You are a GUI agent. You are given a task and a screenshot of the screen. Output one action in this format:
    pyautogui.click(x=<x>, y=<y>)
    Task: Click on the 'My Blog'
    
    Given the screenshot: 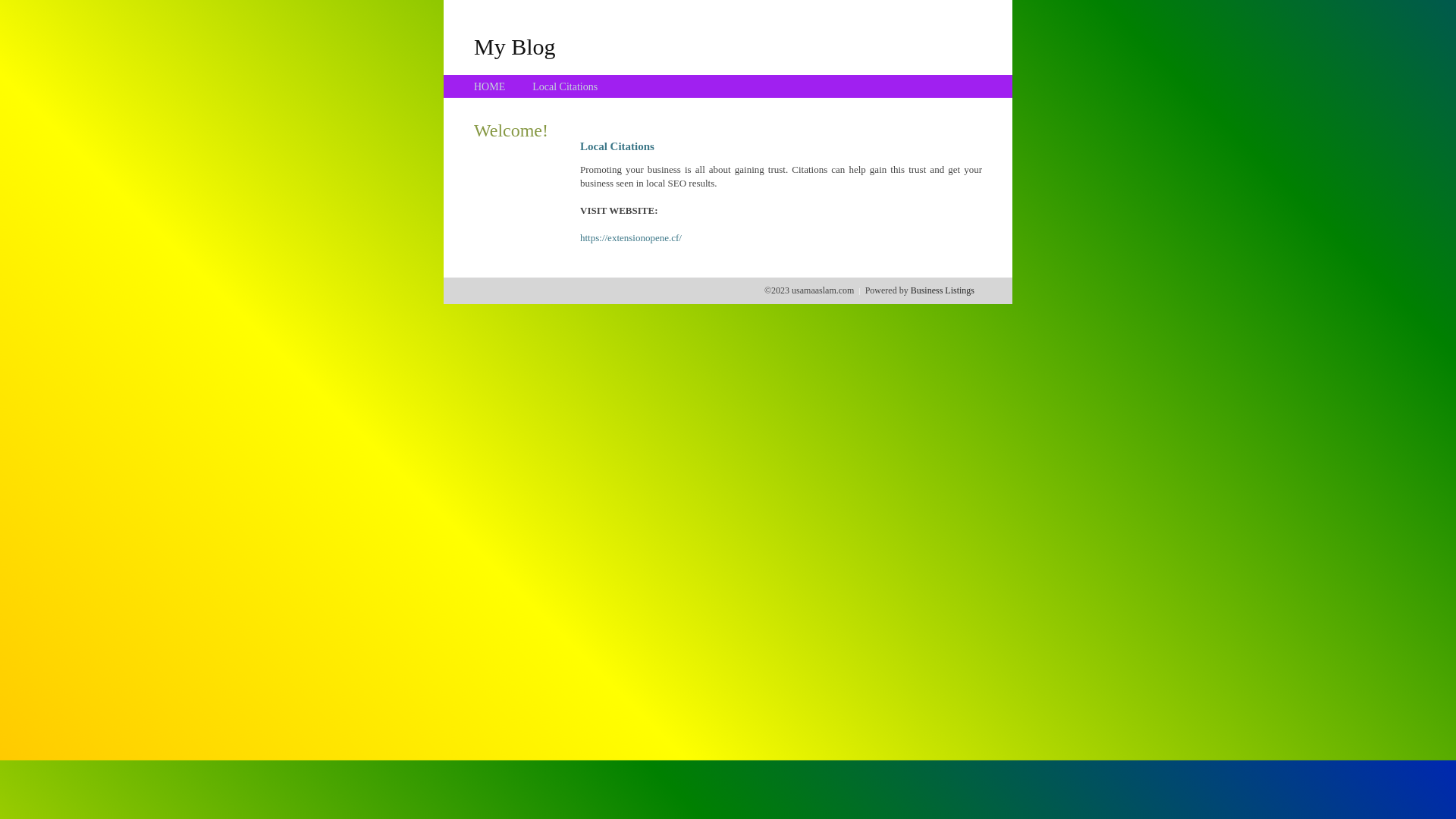 What is the action you would take?
    pyautogui.click(x=472, y=45)
    